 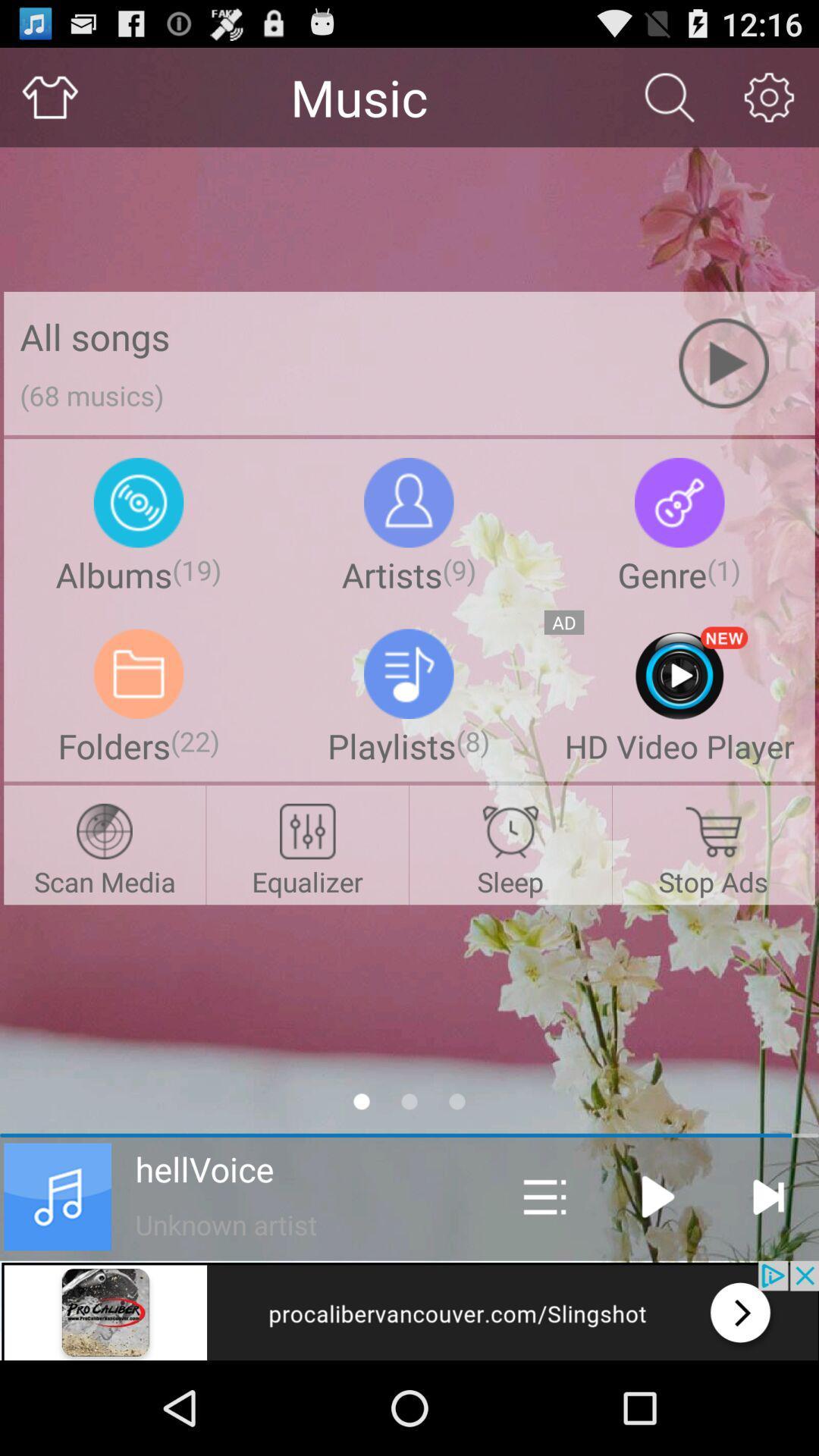 What do you see at coordinates (657, 1280) in the screenshot?
I see `the play icon` at bounding box center [657, 1280].